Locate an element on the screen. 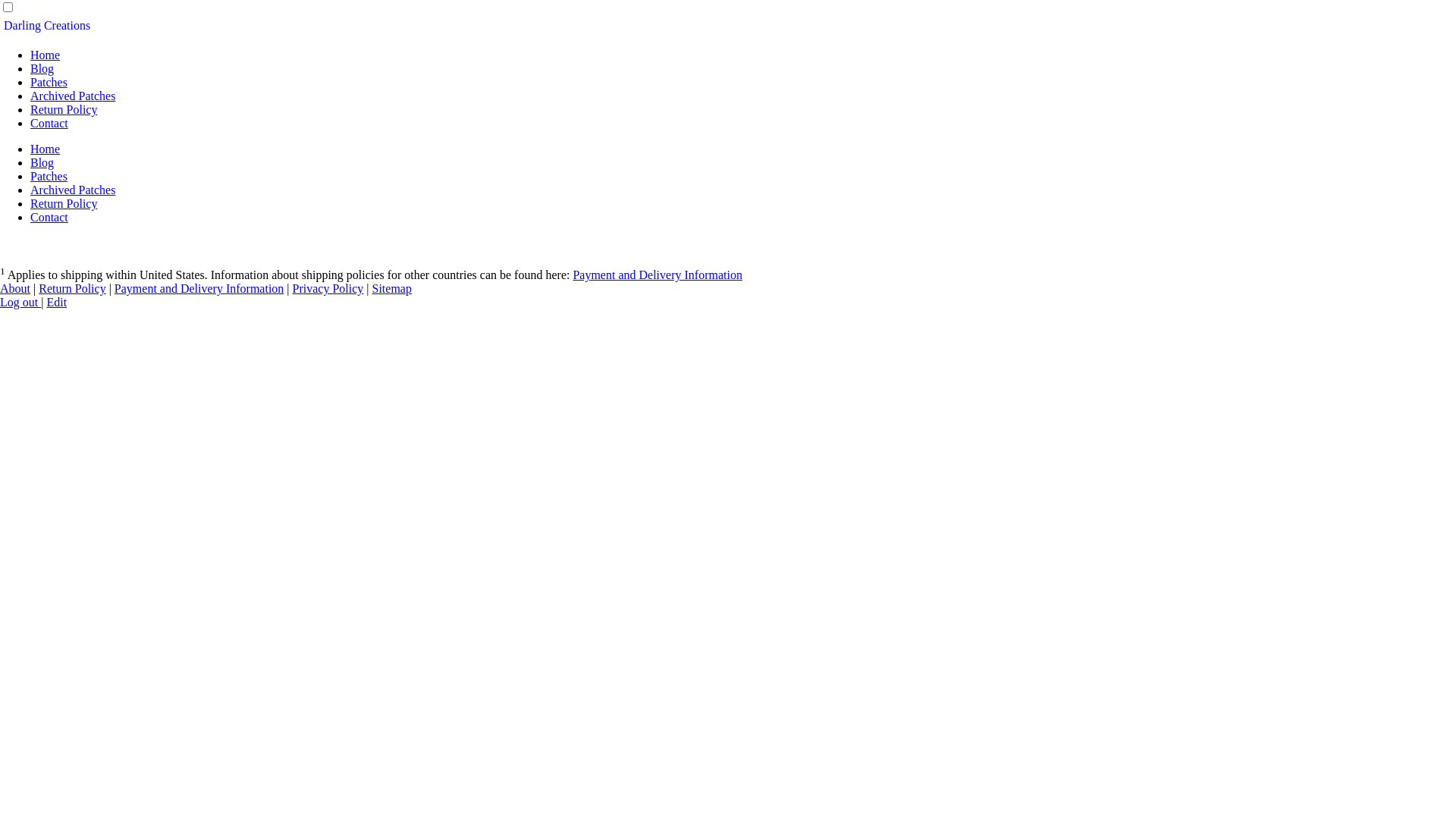  'Archived Patches' is located at coordinates (72, 96).